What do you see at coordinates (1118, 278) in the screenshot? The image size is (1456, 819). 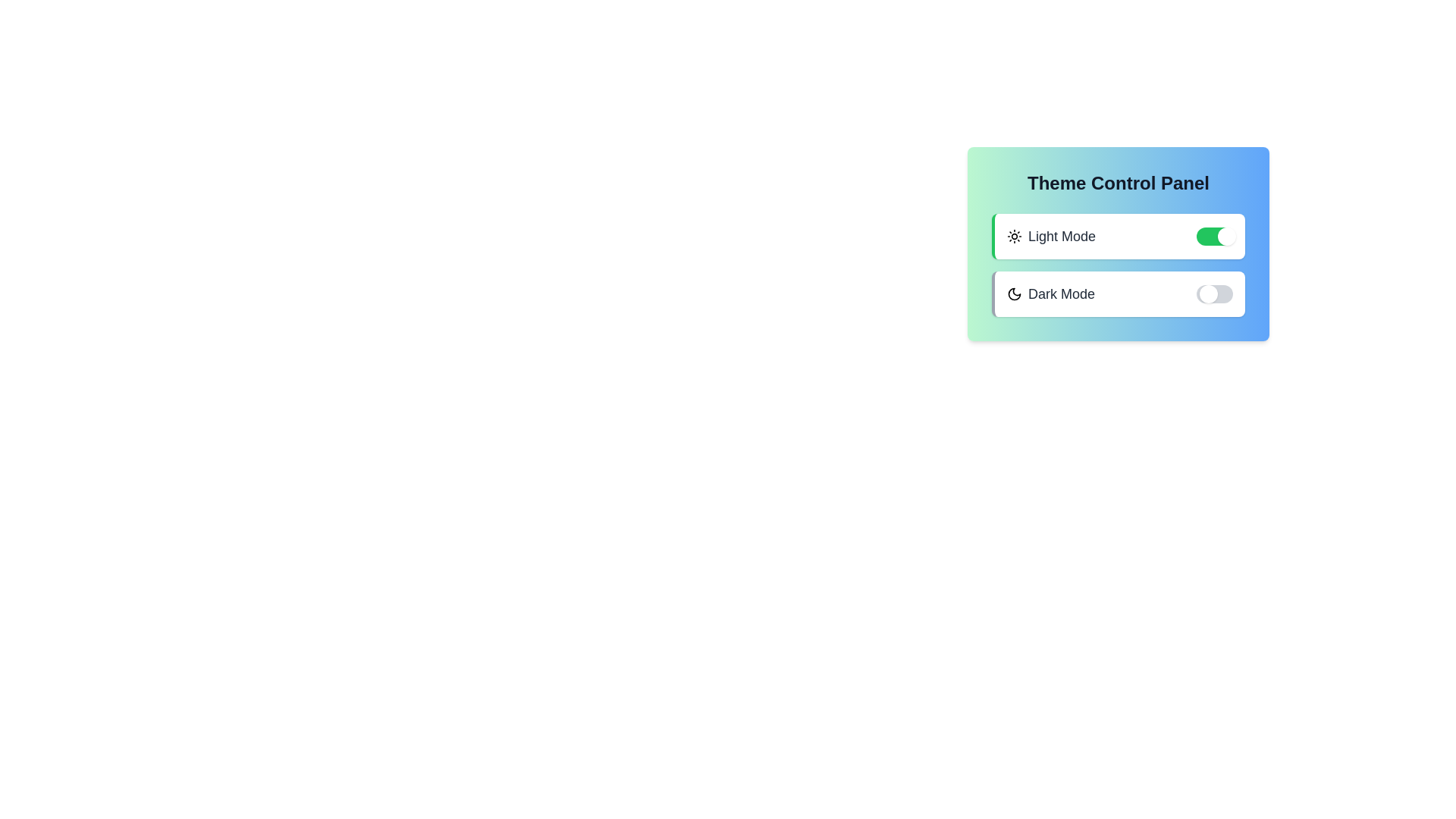 I see `the background area of the panel` at bounding box center [1118, 278].